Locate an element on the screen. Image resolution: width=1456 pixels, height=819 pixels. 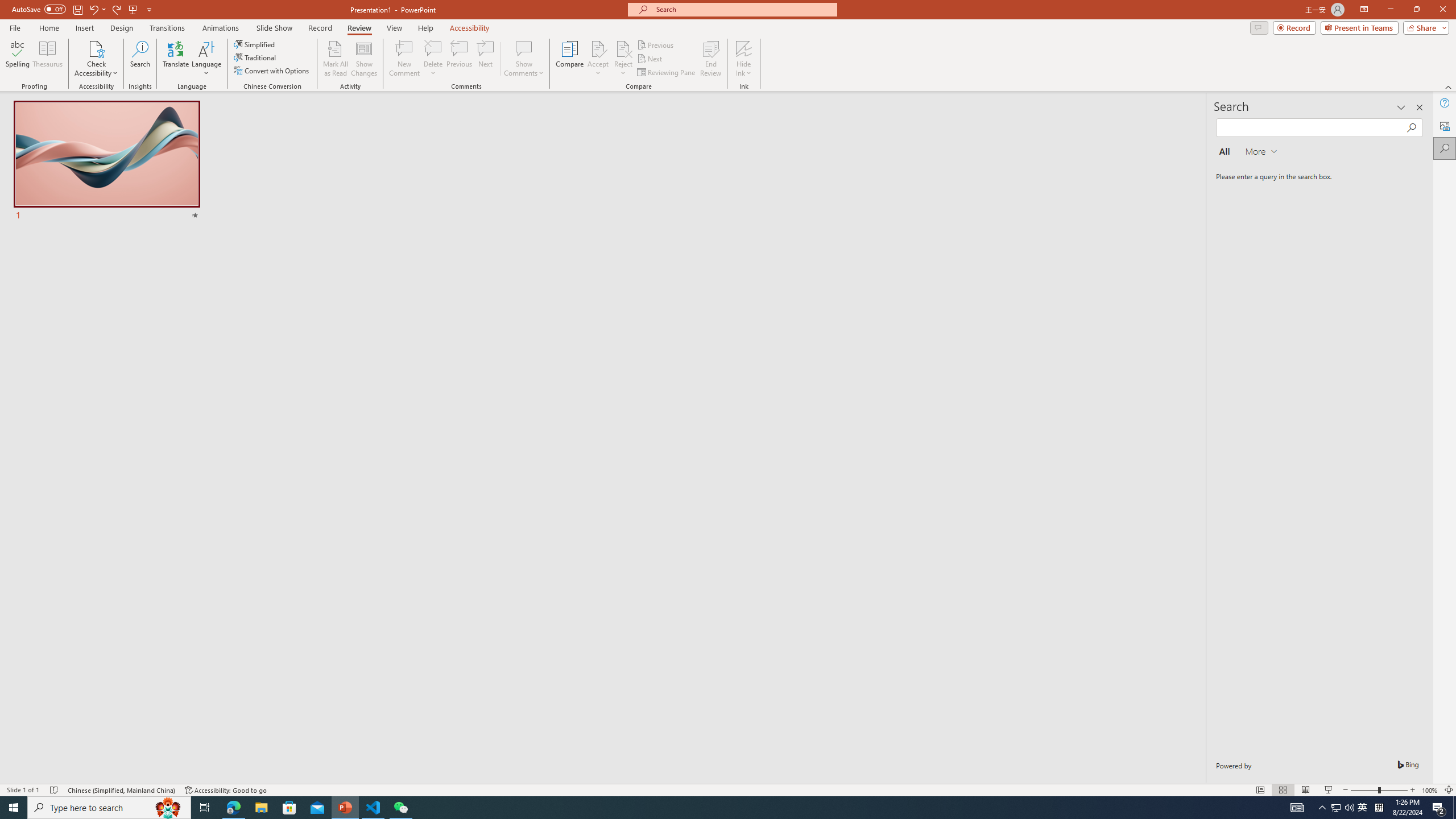
'Show Comments' is located at coordinates (524, 48).